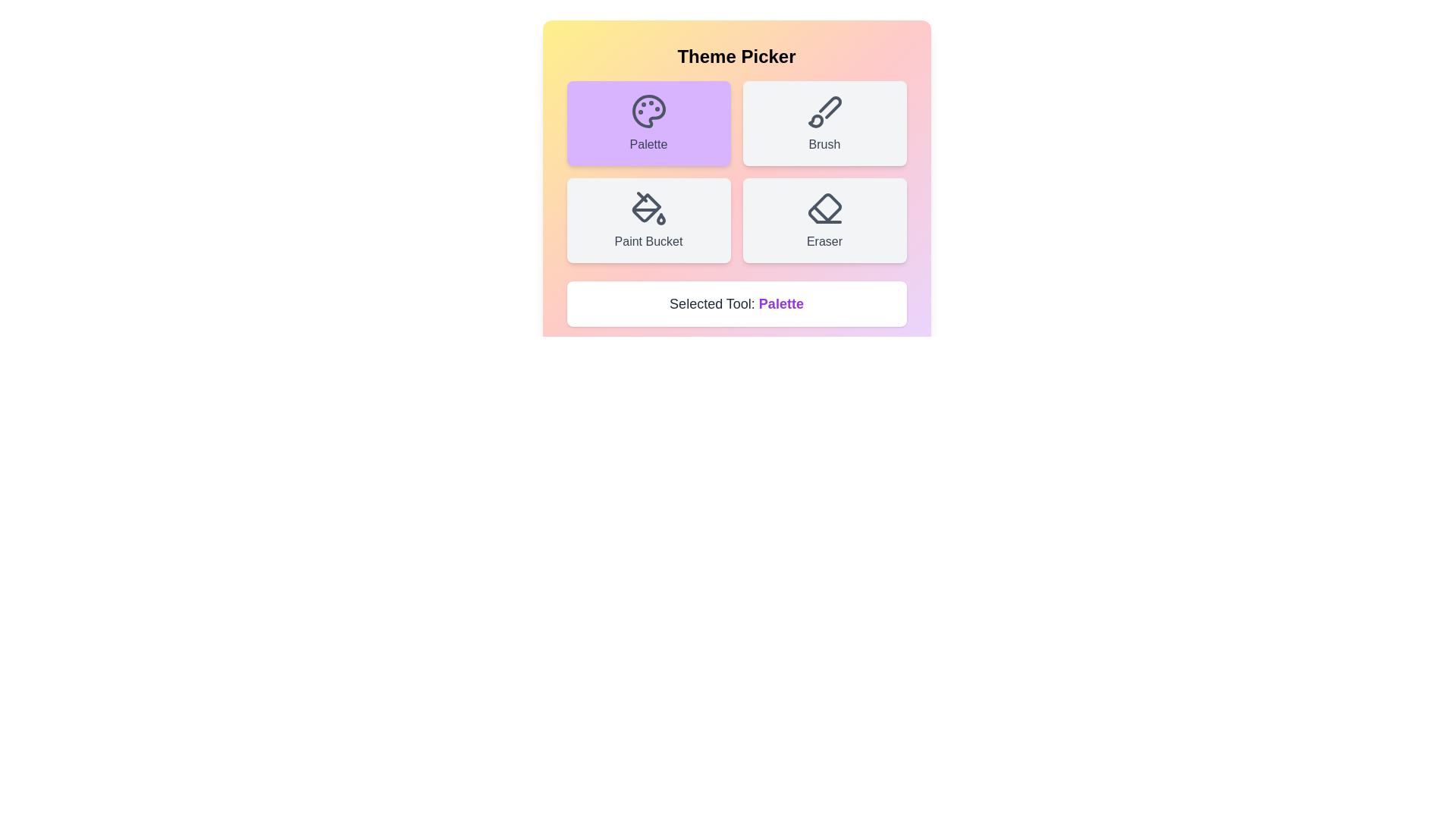 The height and width of the screenshot is (819, 1456). What do you see at coordinates (648, 122) in the screenshot?
I see `the tool button labeled Palette to observe visual feedback` at bounding box center [648, 122].